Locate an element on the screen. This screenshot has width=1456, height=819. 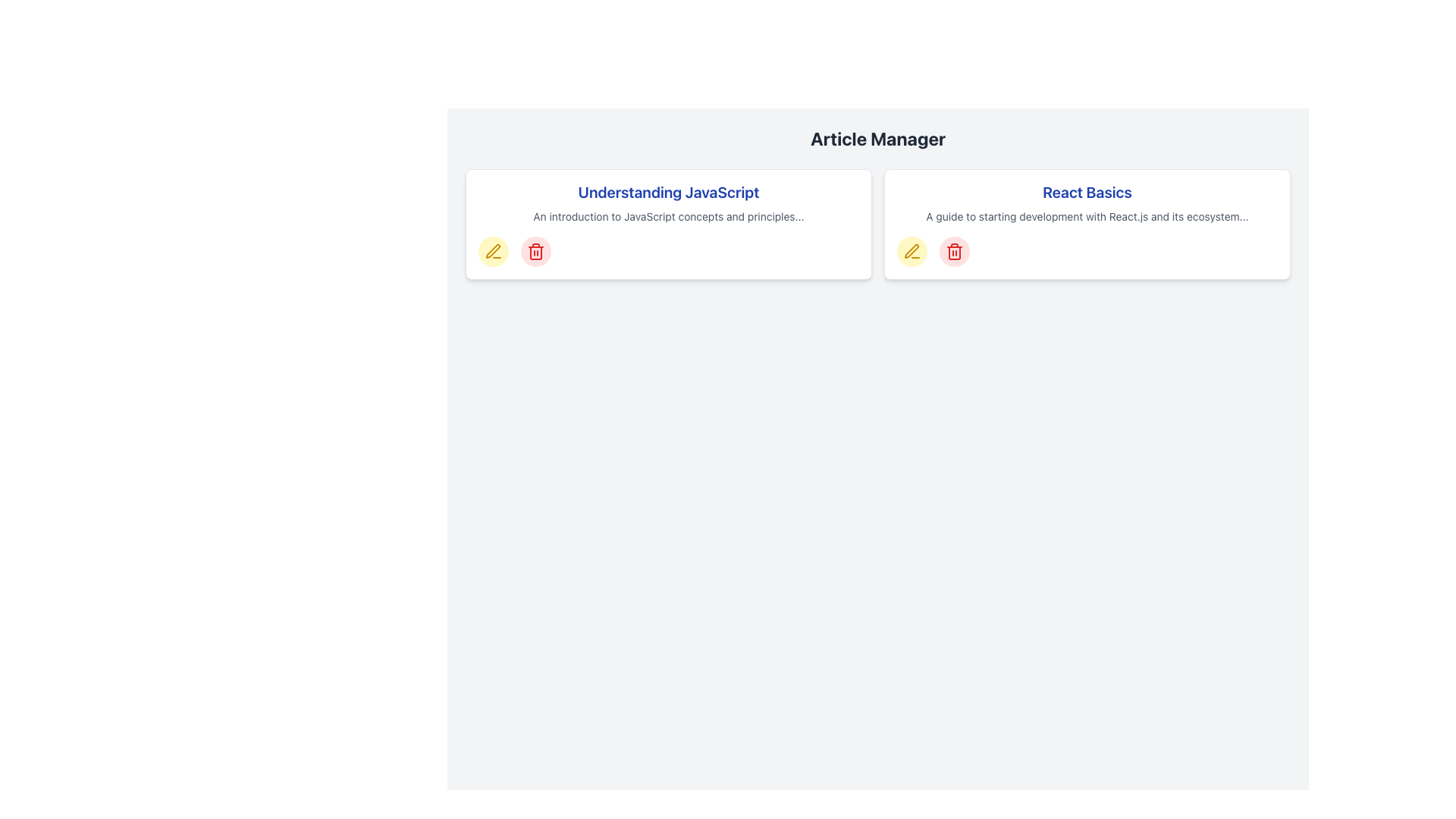
the red trashcan icon used for deletion functionality located in the actions section of the 'Understanding JavaScript' card is located at coordinates (535, 250).